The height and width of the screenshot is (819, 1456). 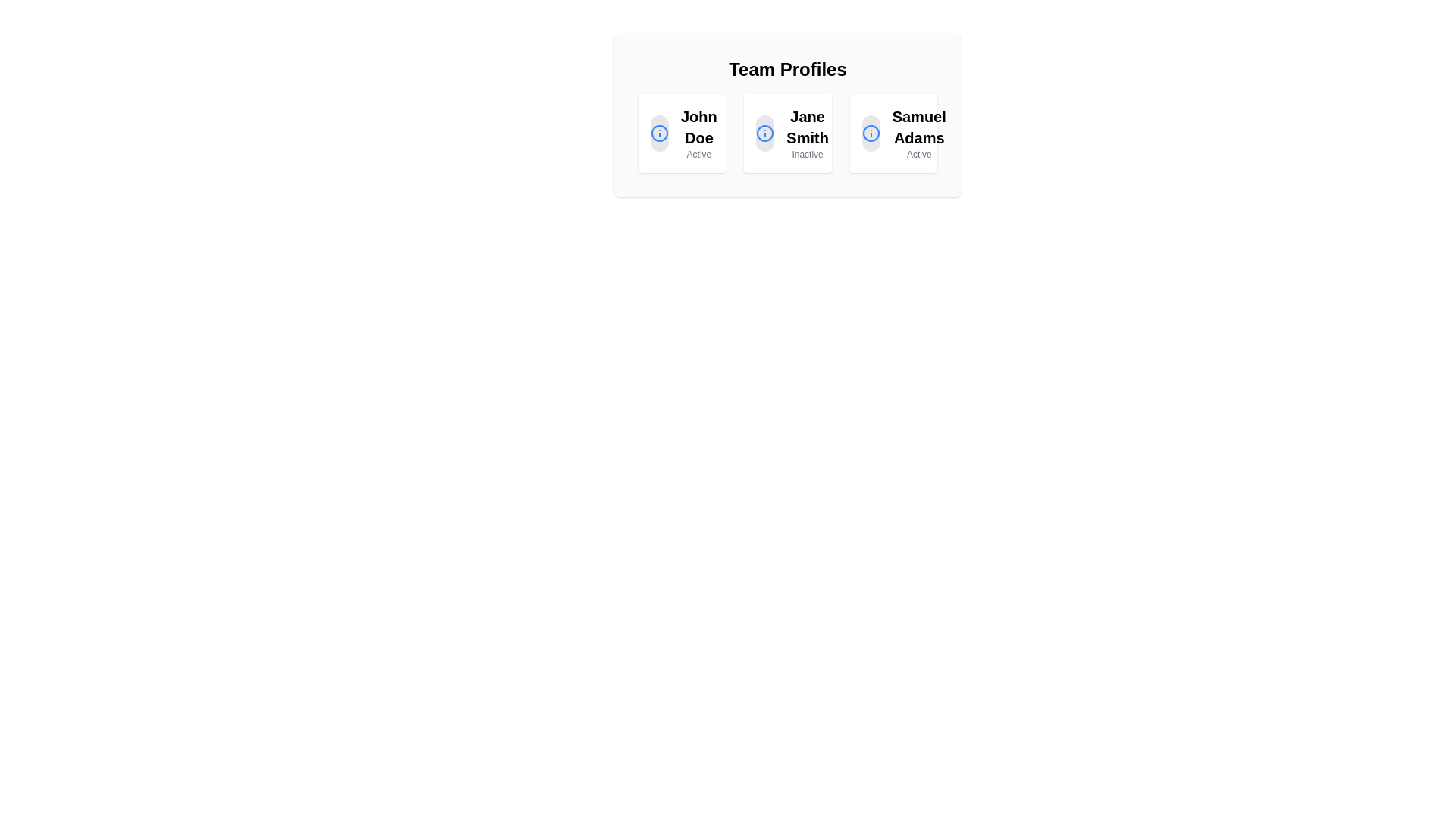 What do you see at coordinates (659, 133) in the screenshot?
I see `the circular outline element that serves as the background for the icon of 'John Doe' in the team member card` at bounding box center [659, 133].